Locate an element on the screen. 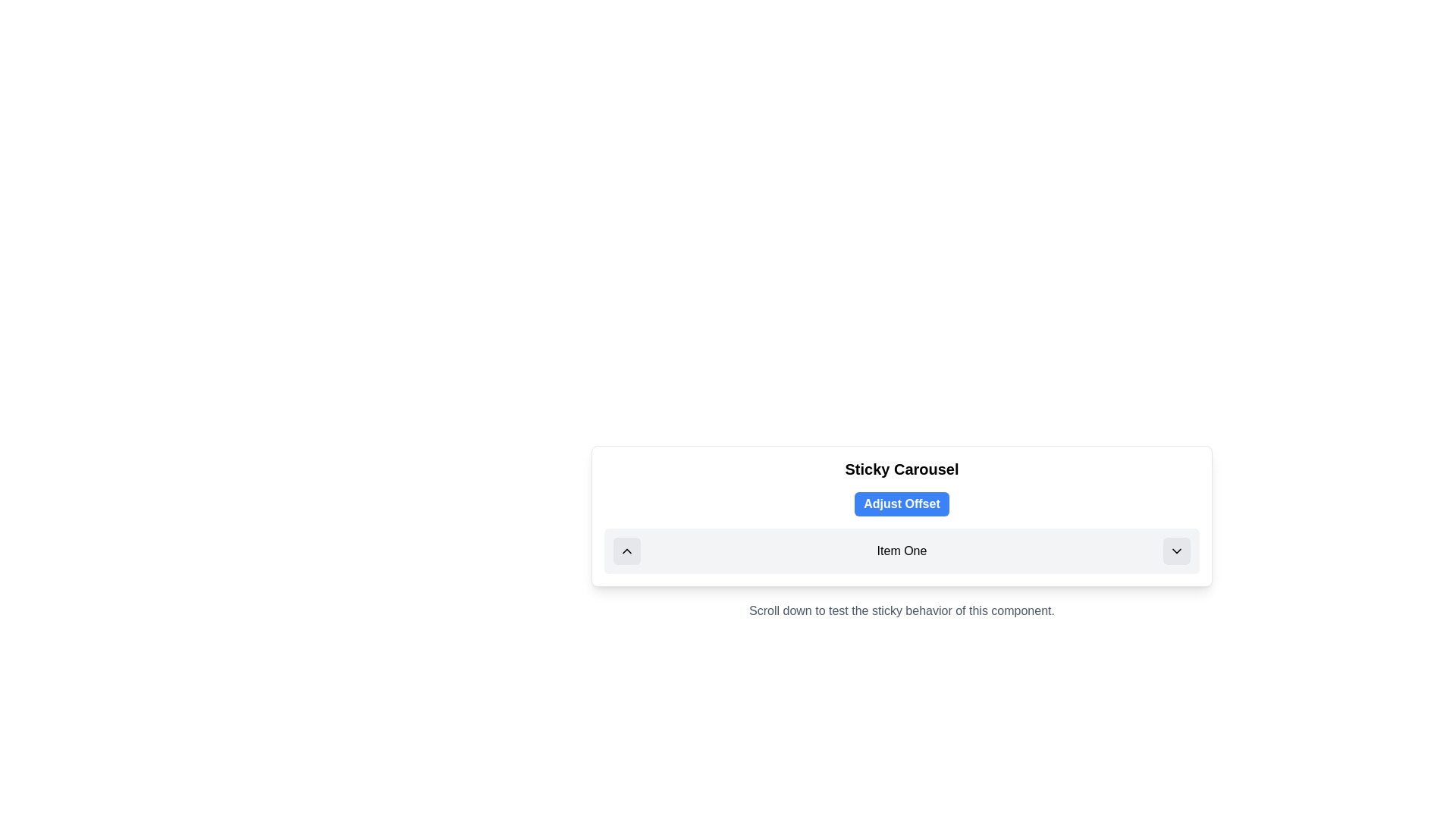  the chevron-up icon, which is a monochromatic upward-pointing arrow located at the center top of a rounded rectangular section with a light gray background in the sticky carousel component is located at coordinates (626, 551).